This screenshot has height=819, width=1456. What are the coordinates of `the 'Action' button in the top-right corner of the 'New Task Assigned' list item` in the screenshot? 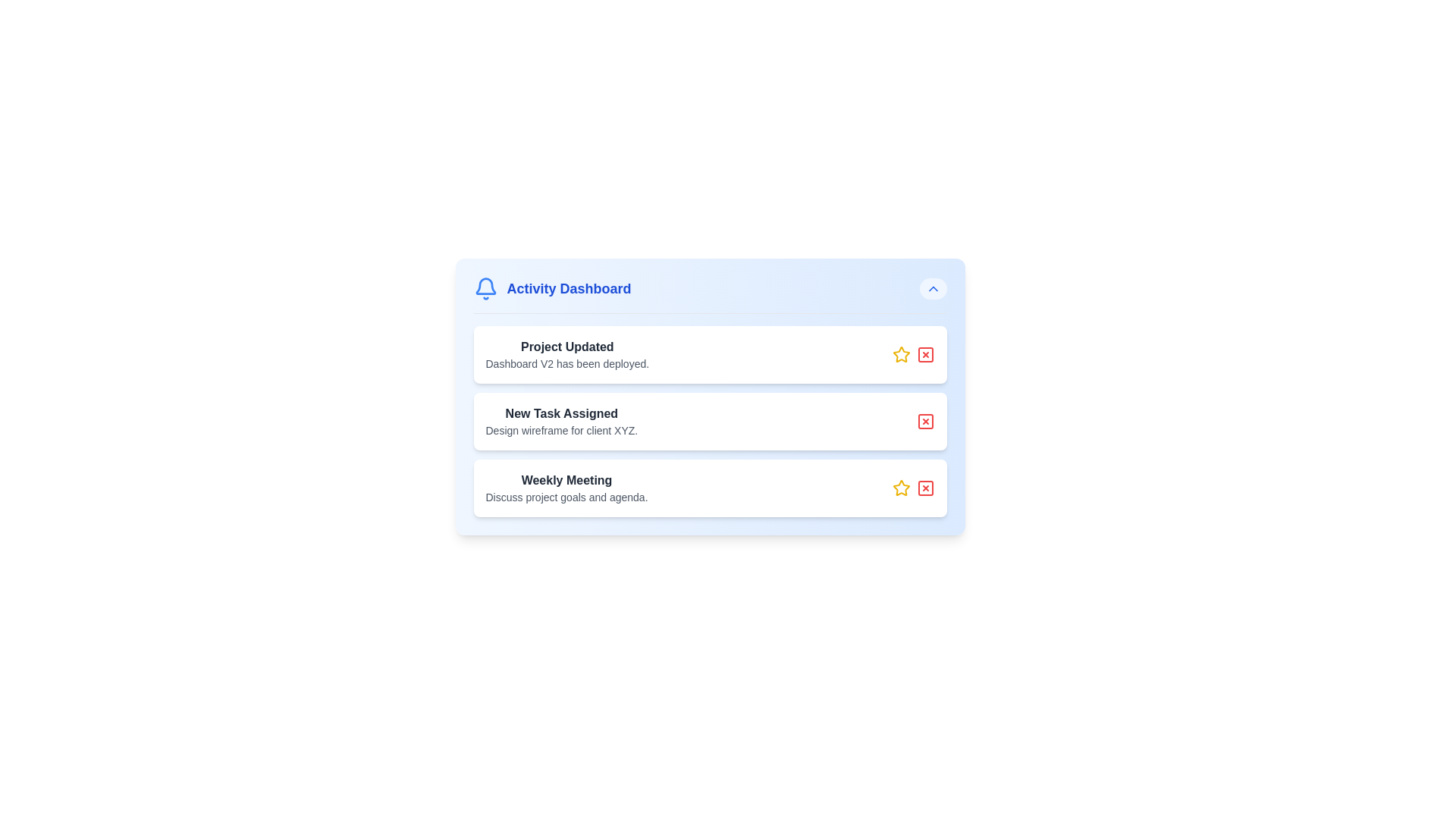 It's located at (924, 421).